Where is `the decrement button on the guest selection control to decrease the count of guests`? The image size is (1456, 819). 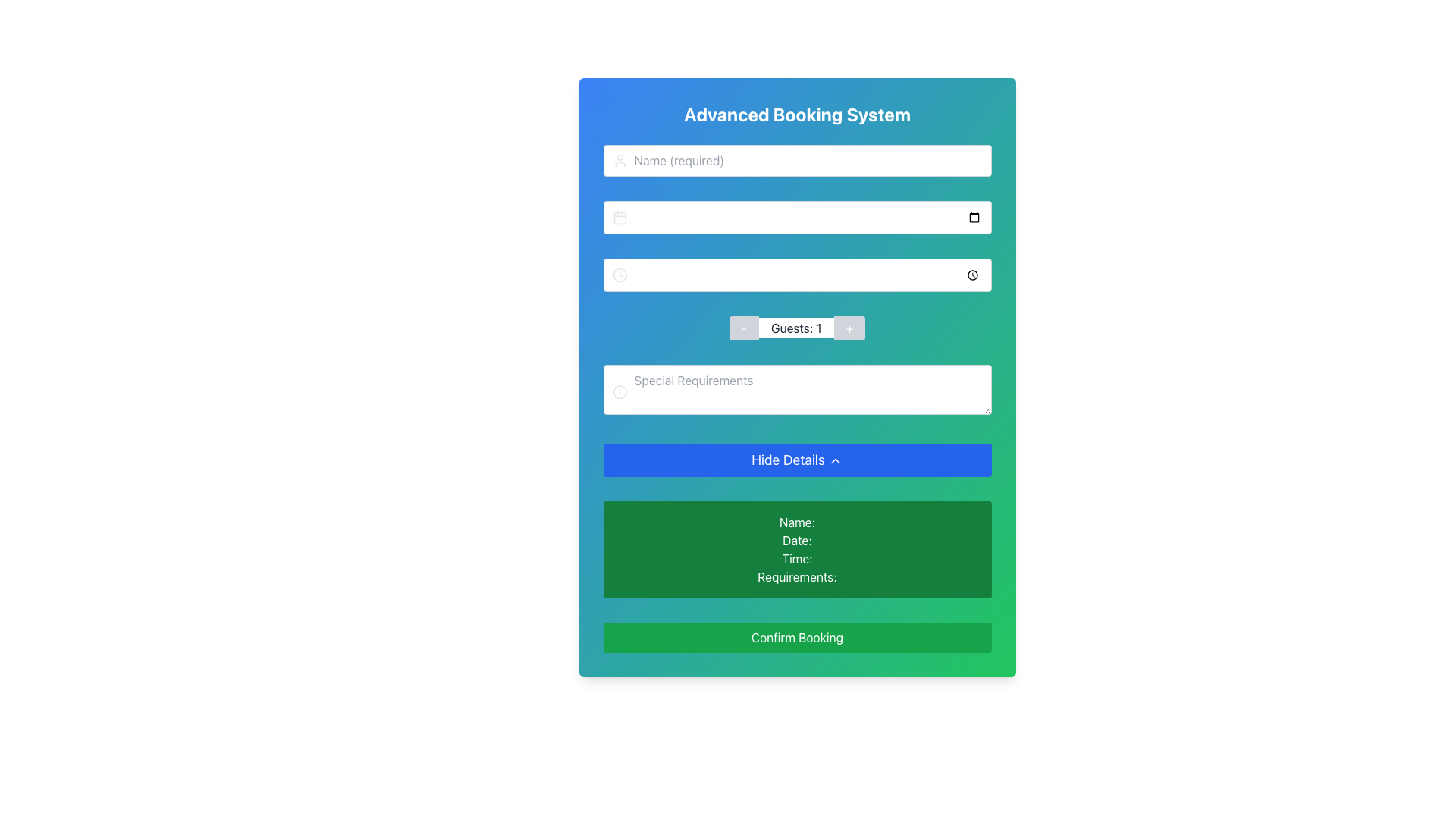
the decrement button on the guest selection control to decrease the count of guests is located at coordinates (796, 327).